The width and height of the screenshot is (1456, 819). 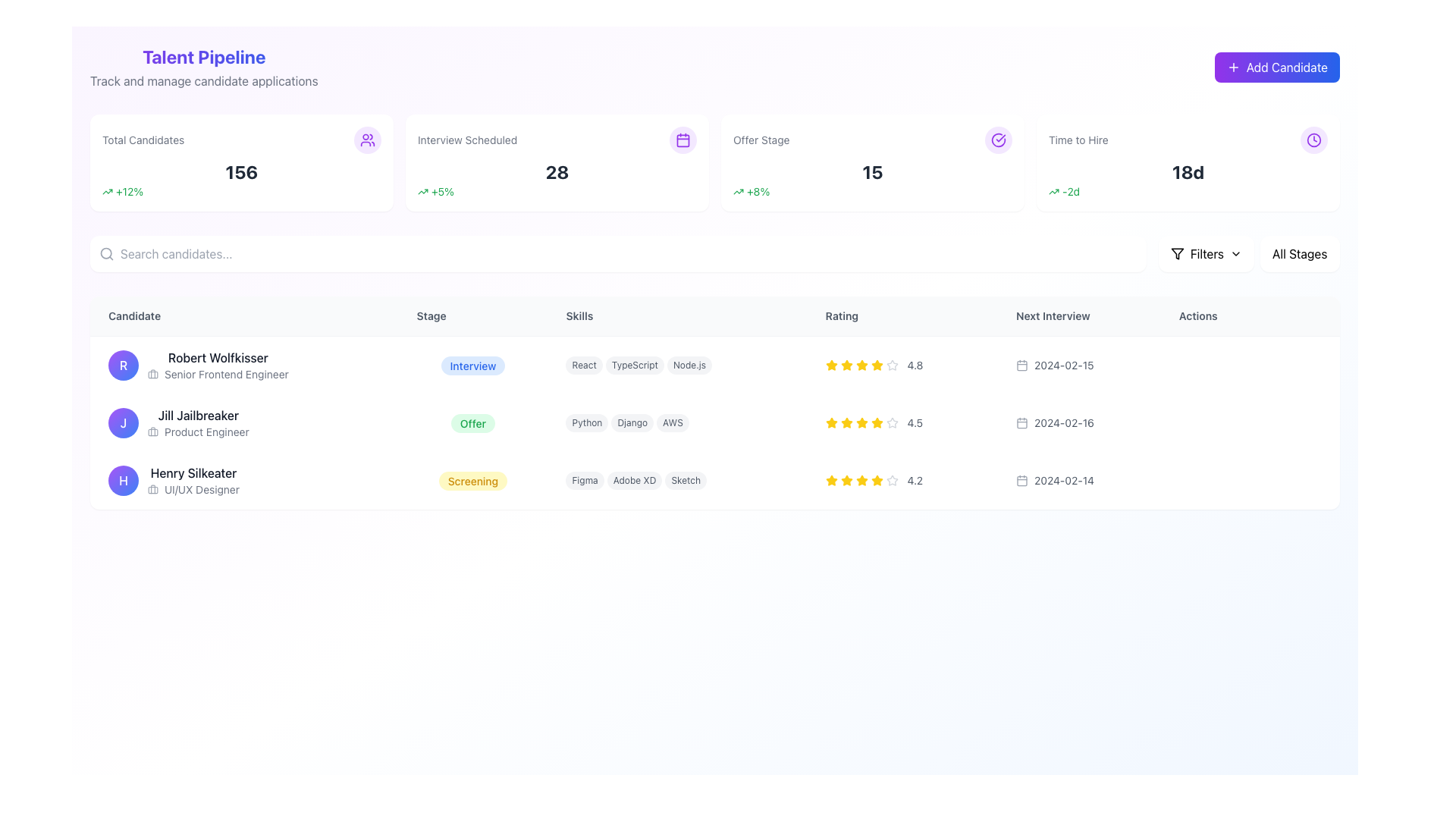 What do you see at coordinates (635, 366) in the screenshot?
I see `assistive technology` at bounding box center [635, 366].